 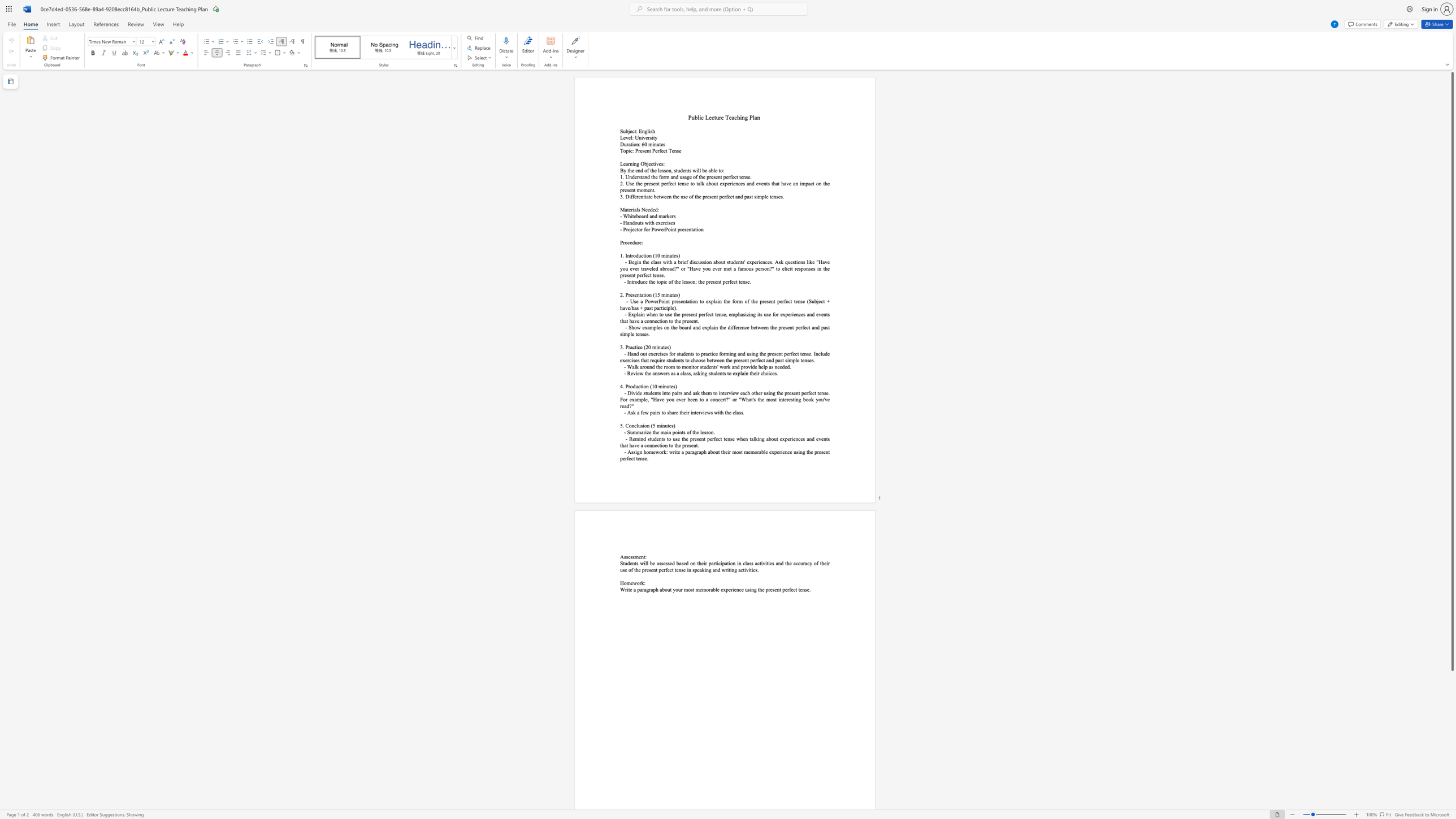 I want to click on the subset text "esent perfect tense in speaking and wri" within the text "Students will be assessed based on their participation in class activities and the accuracy of their use of the present perfect tense in speaking and writing activities.", so click(x=645, y=570).